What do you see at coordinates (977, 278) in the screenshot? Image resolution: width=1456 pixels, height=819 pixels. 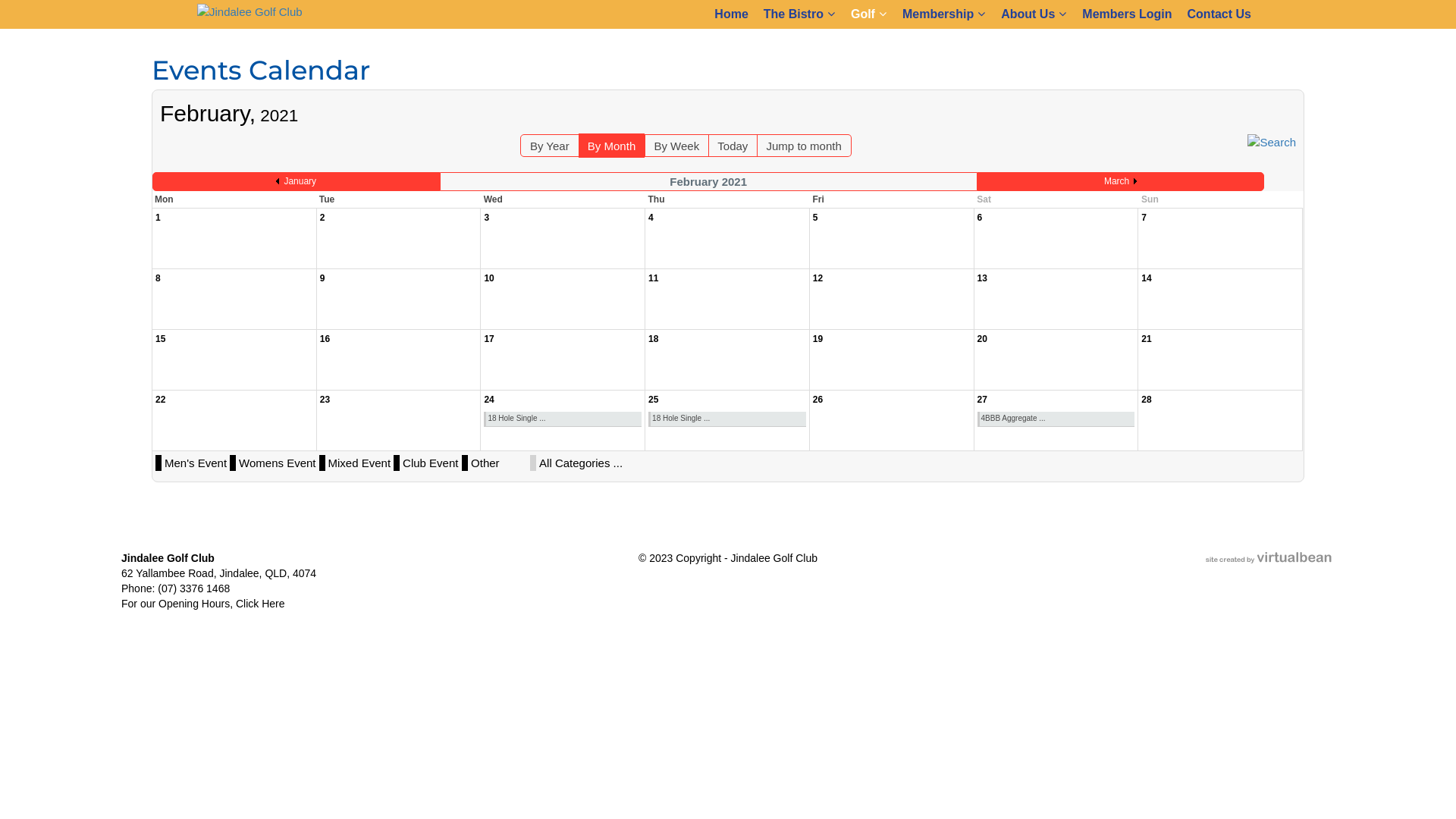 I see `'13'` at bounding box center [977, 278].